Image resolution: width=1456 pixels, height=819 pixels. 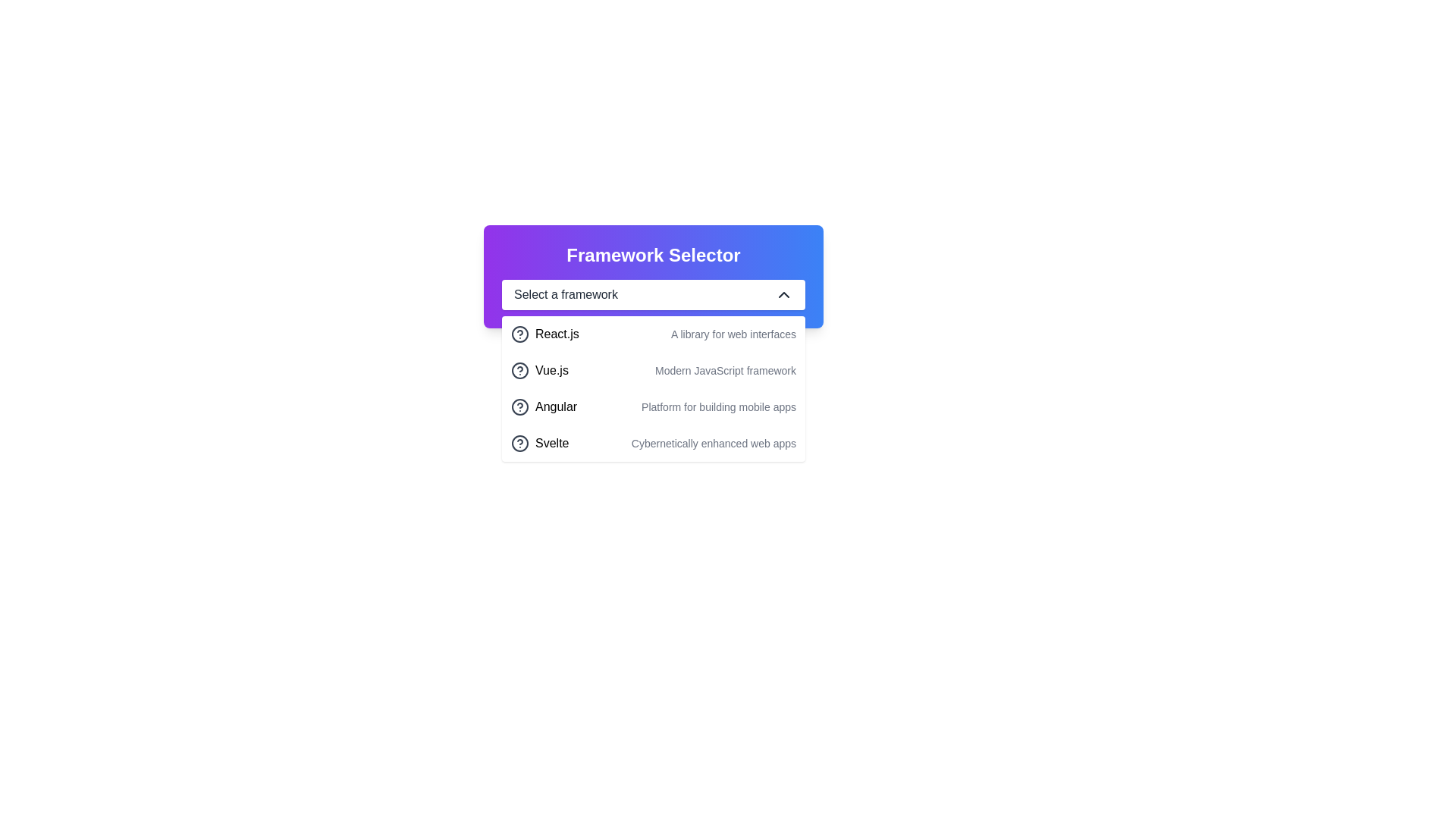 What do you see at coordinates (654, 295) in the screenshot?
I see `the dropdown menu labeled 'Select a framework' for keyboard navigation` at bounding box center [654, 295].